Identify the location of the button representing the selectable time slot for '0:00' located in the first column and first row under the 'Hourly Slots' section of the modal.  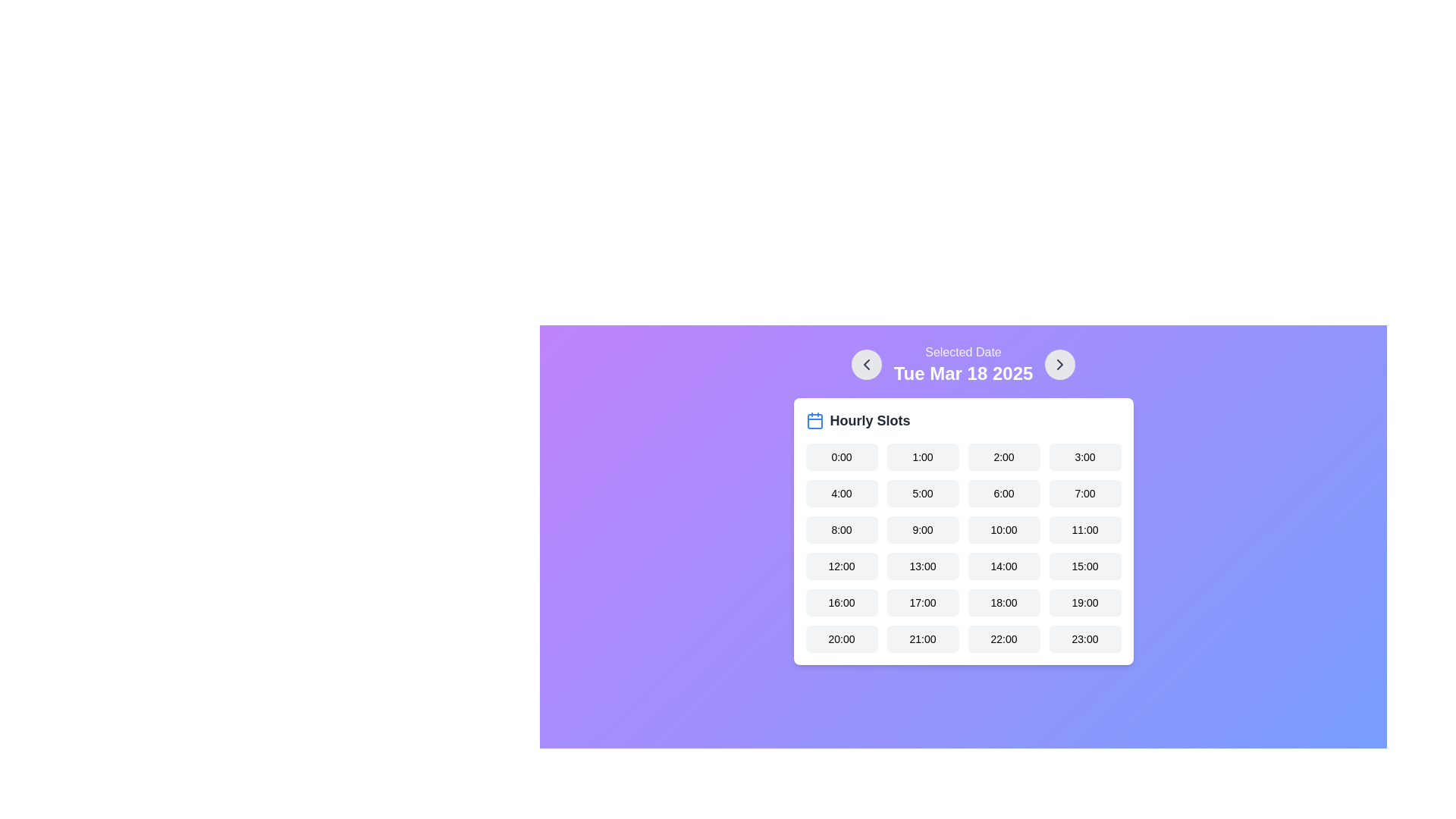
(840, 456).